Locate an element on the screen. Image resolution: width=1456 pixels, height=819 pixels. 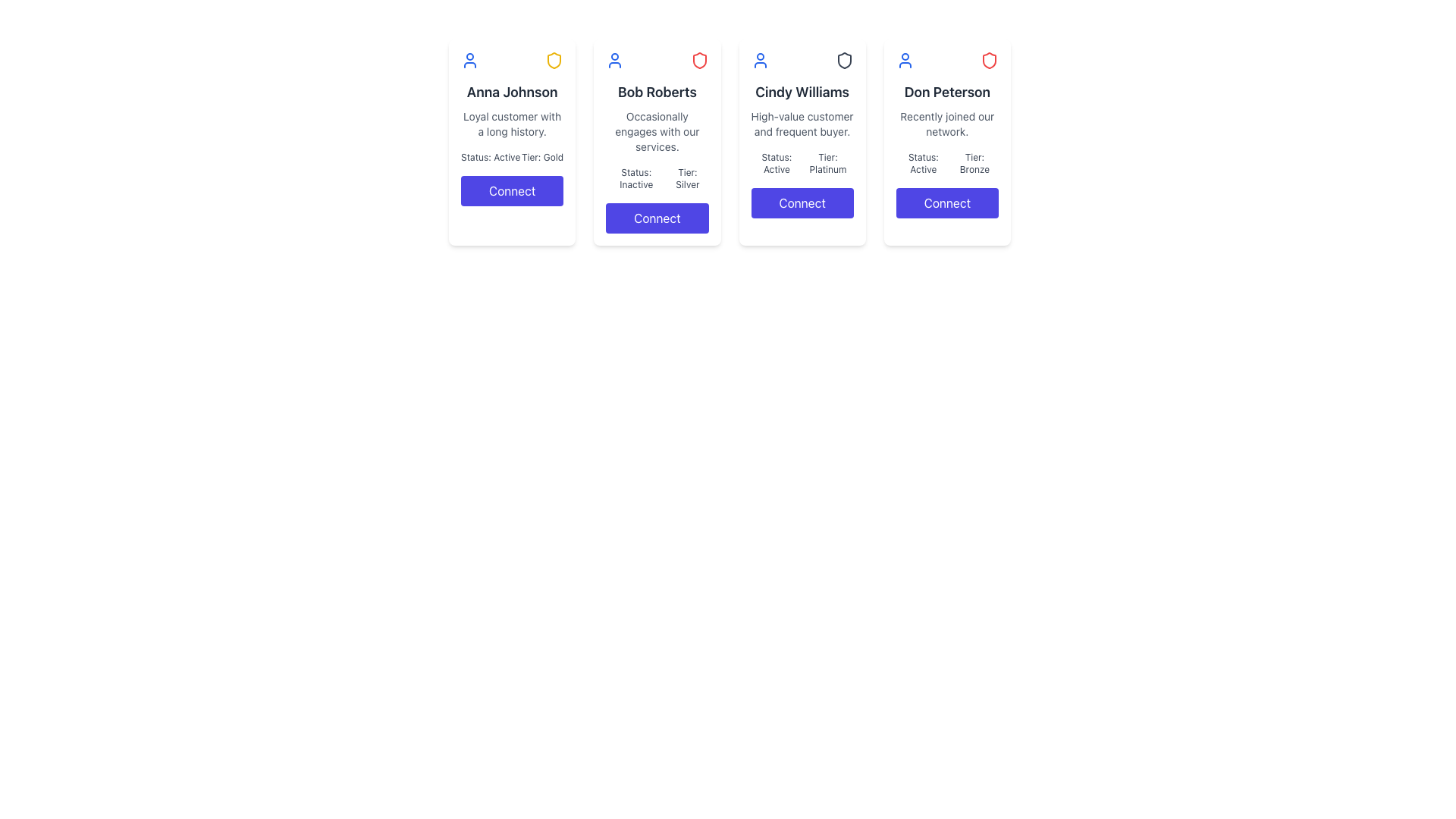
the text label stating 'Tier: Bronze', which is styled in gray and located below 'Status: Active' in the card for 'Don Peterson' is located at coordinates (974, 164).